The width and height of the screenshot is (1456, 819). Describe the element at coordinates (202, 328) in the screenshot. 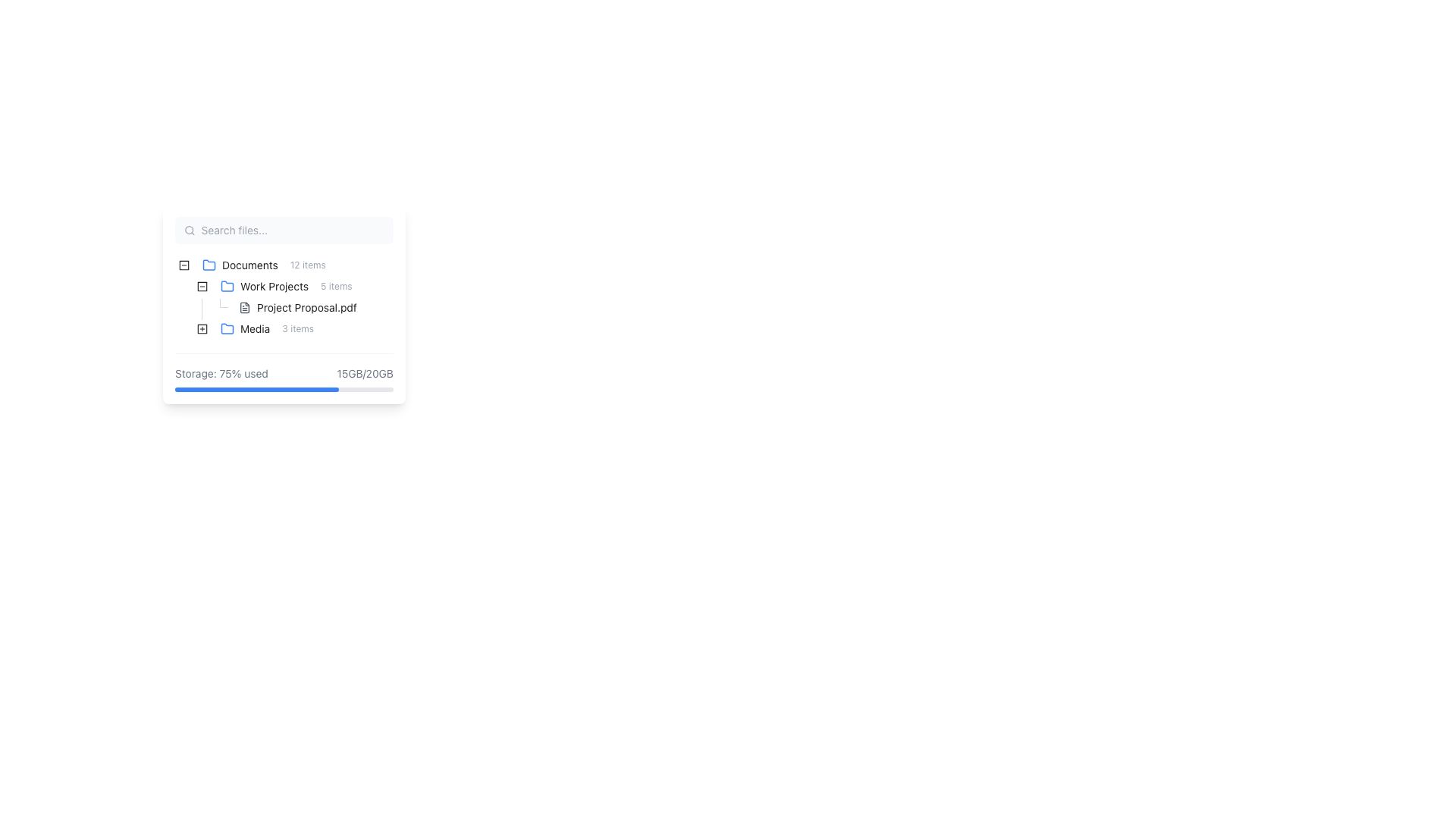

I see `the button that expands the 'Media' folder, located left of the 'Media 3 items' label in the hierarchical tree structure` at that location.